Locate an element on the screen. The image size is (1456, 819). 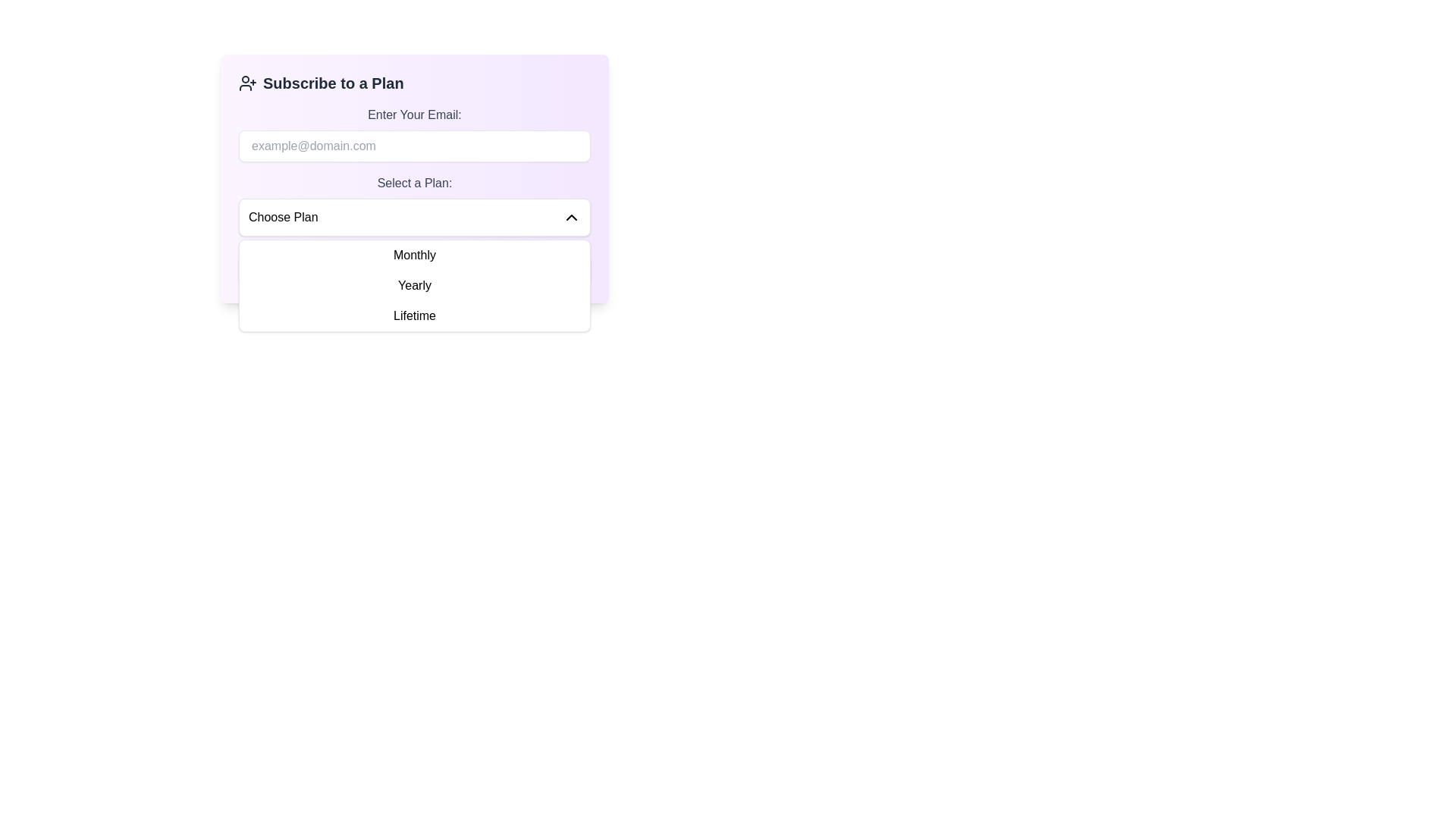
text label that says 'Enter Your Email:' which is positioned beneath the heading 'Subscribe to a Plan' and above the email input field is located at coordinates (415, 114).